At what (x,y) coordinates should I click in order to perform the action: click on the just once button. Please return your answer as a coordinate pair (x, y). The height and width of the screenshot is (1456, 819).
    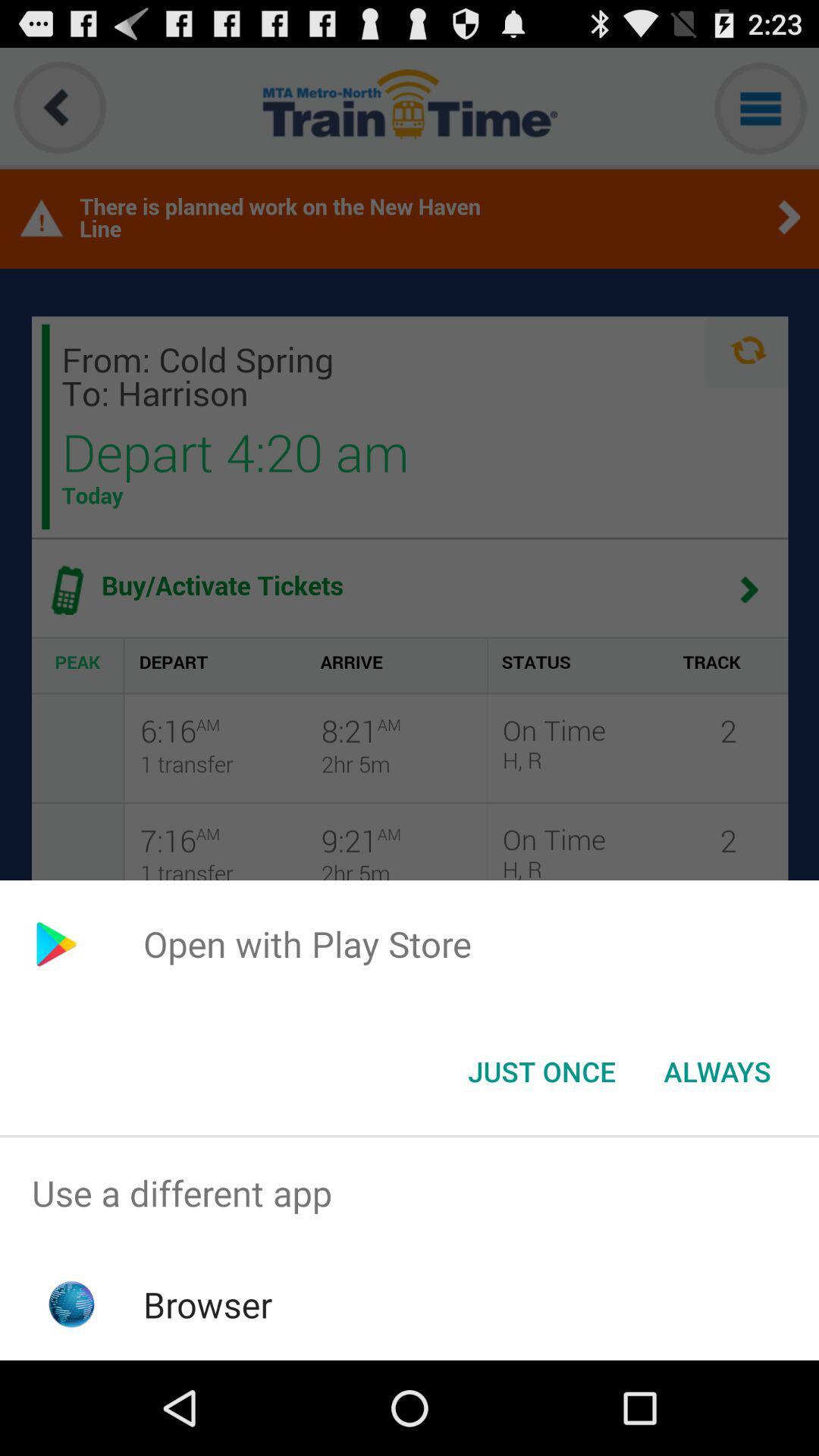
    Looking at the image, I should click on (541, 1070).